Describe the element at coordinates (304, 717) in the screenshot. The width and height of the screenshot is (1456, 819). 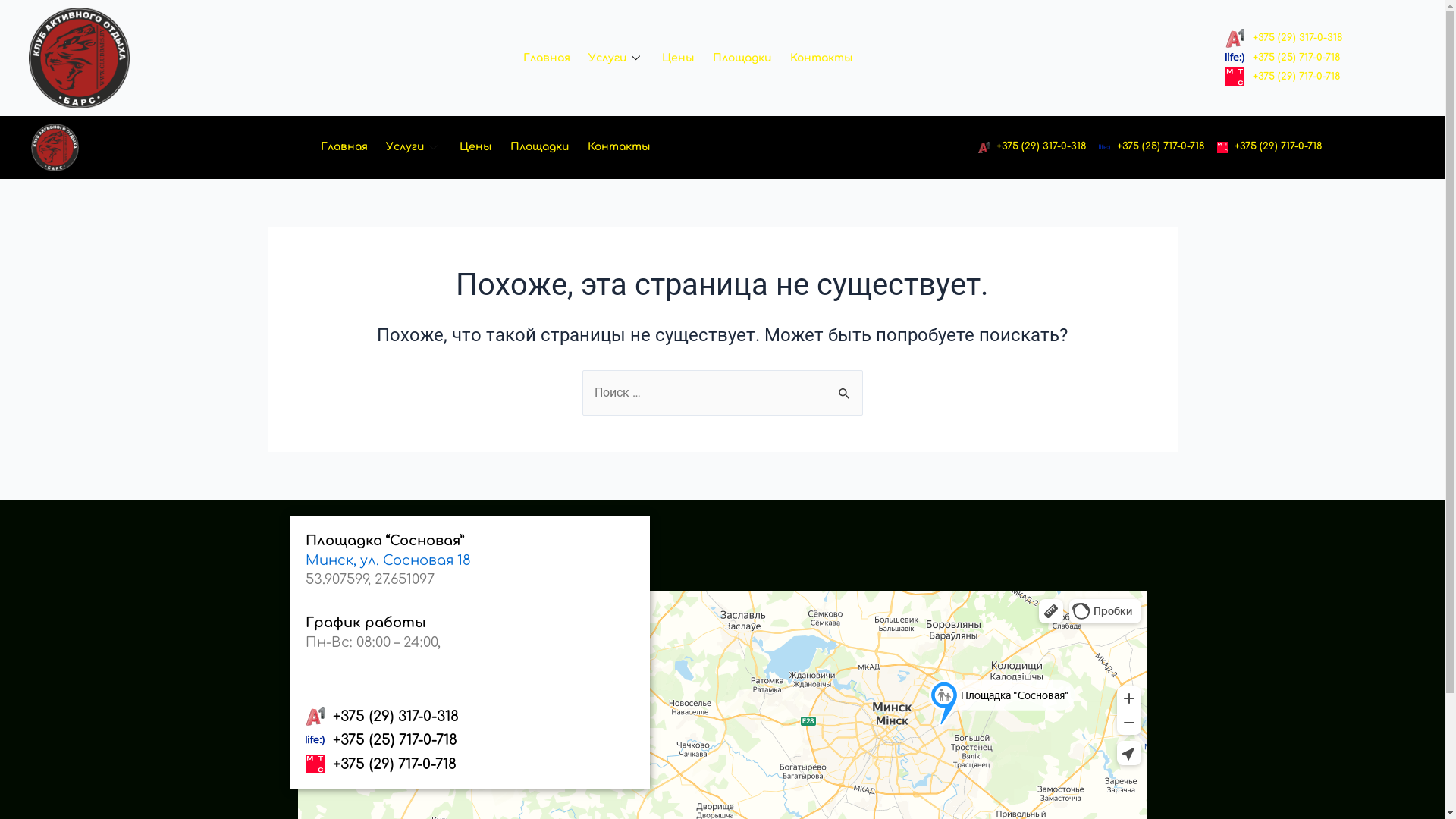
I see `'+375 (29) 317-0-318'` at that location.